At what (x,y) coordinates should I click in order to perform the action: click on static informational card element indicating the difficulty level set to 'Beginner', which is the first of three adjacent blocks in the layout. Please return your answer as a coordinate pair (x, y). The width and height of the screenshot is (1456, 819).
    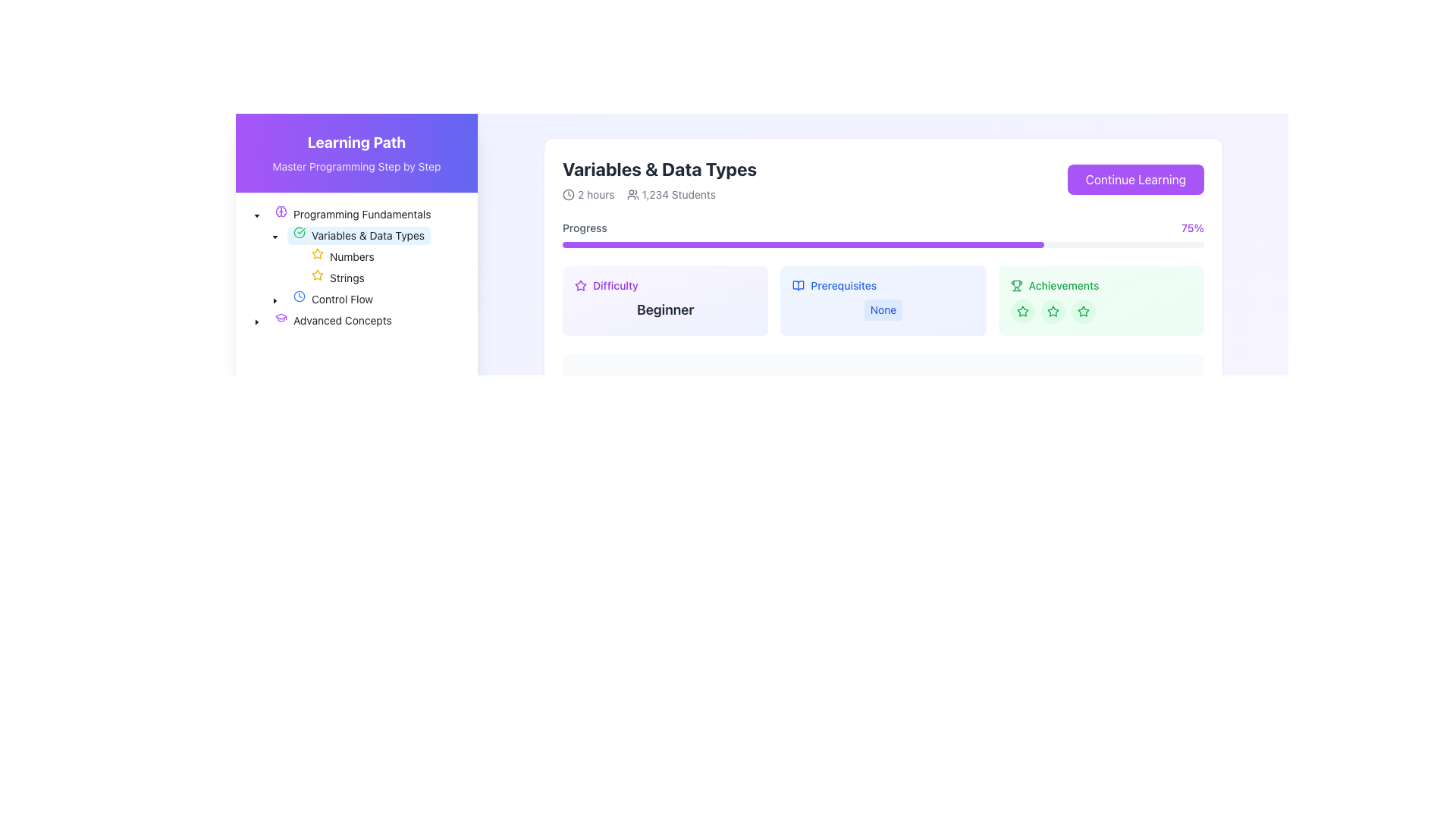
    Looking at the image, I should click on (665, 301).